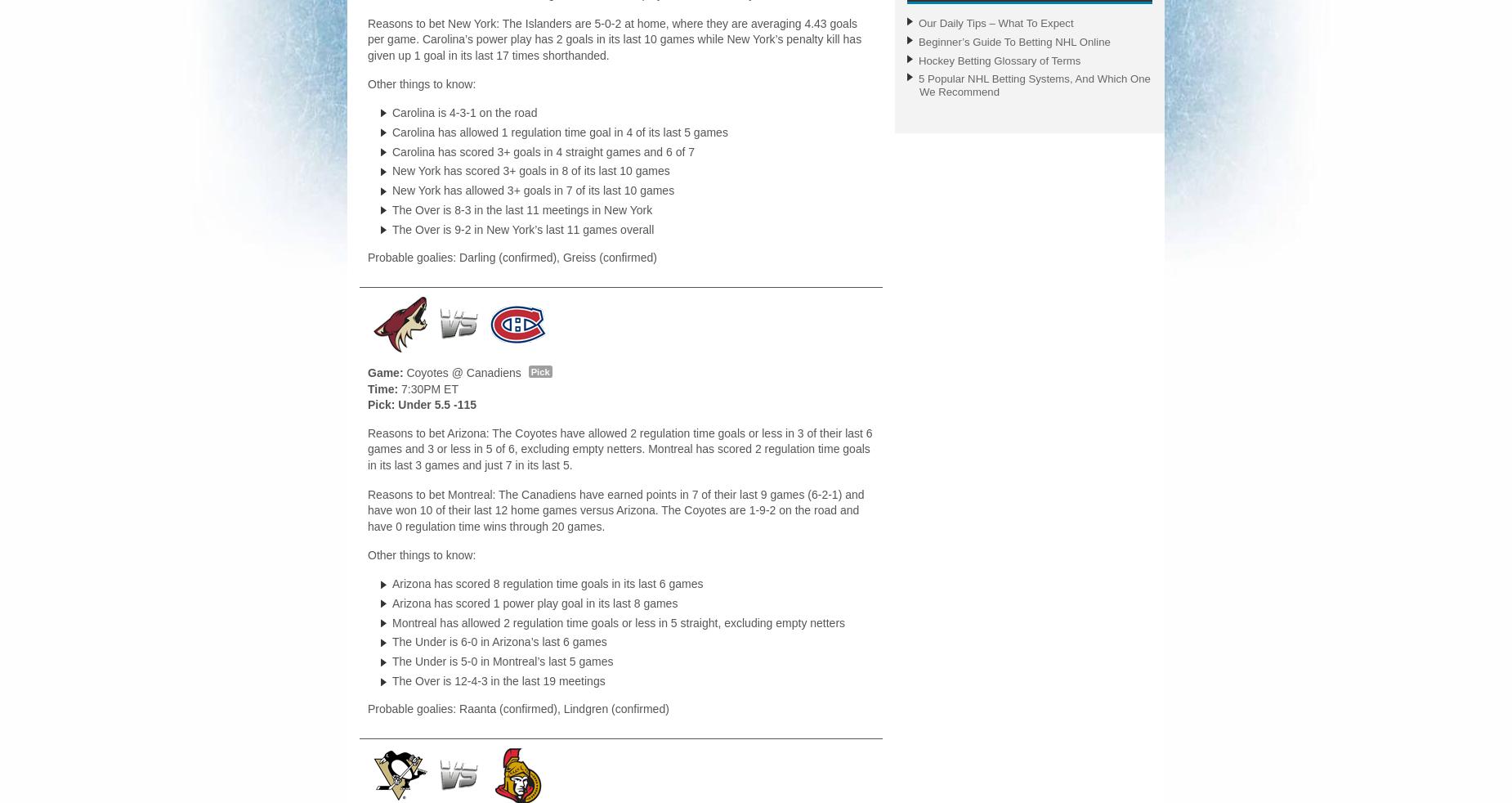  I want to click on 'Pick: Under 5.5 -115', so click(422, 404).